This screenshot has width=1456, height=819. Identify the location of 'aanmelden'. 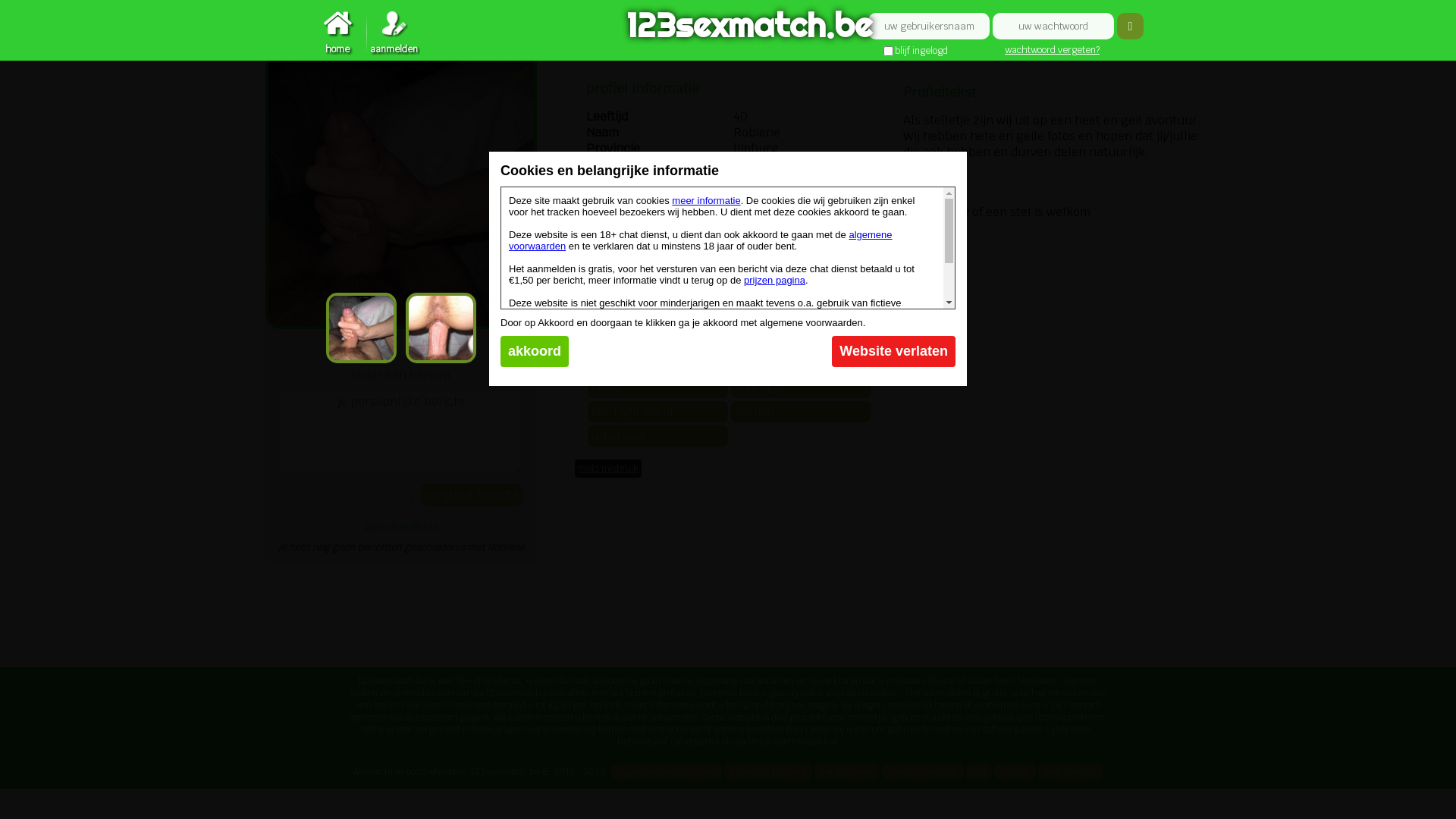
(367, 33).